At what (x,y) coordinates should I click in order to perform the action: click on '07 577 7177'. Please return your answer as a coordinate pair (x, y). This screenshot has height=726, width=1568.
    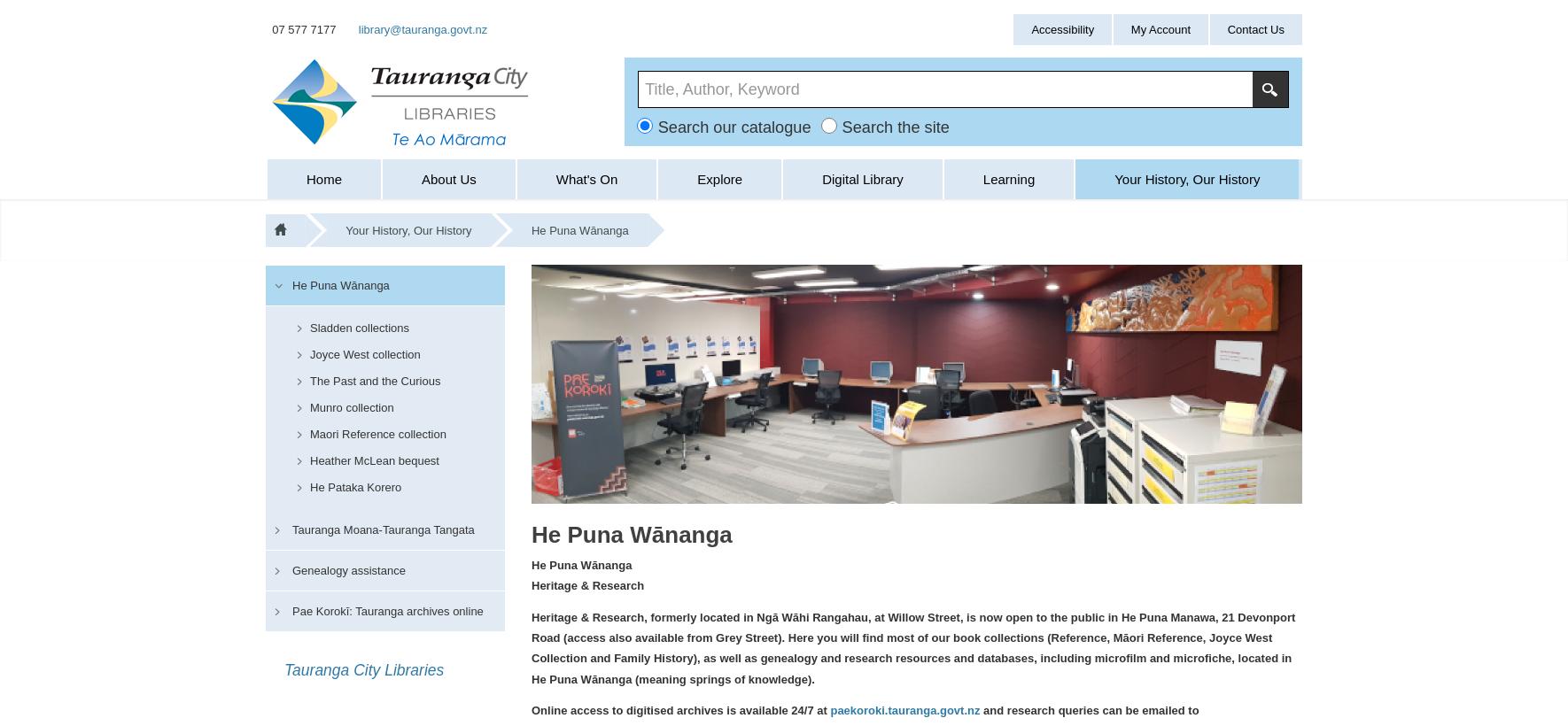
    Looking at the image, I should click on (307, 28).